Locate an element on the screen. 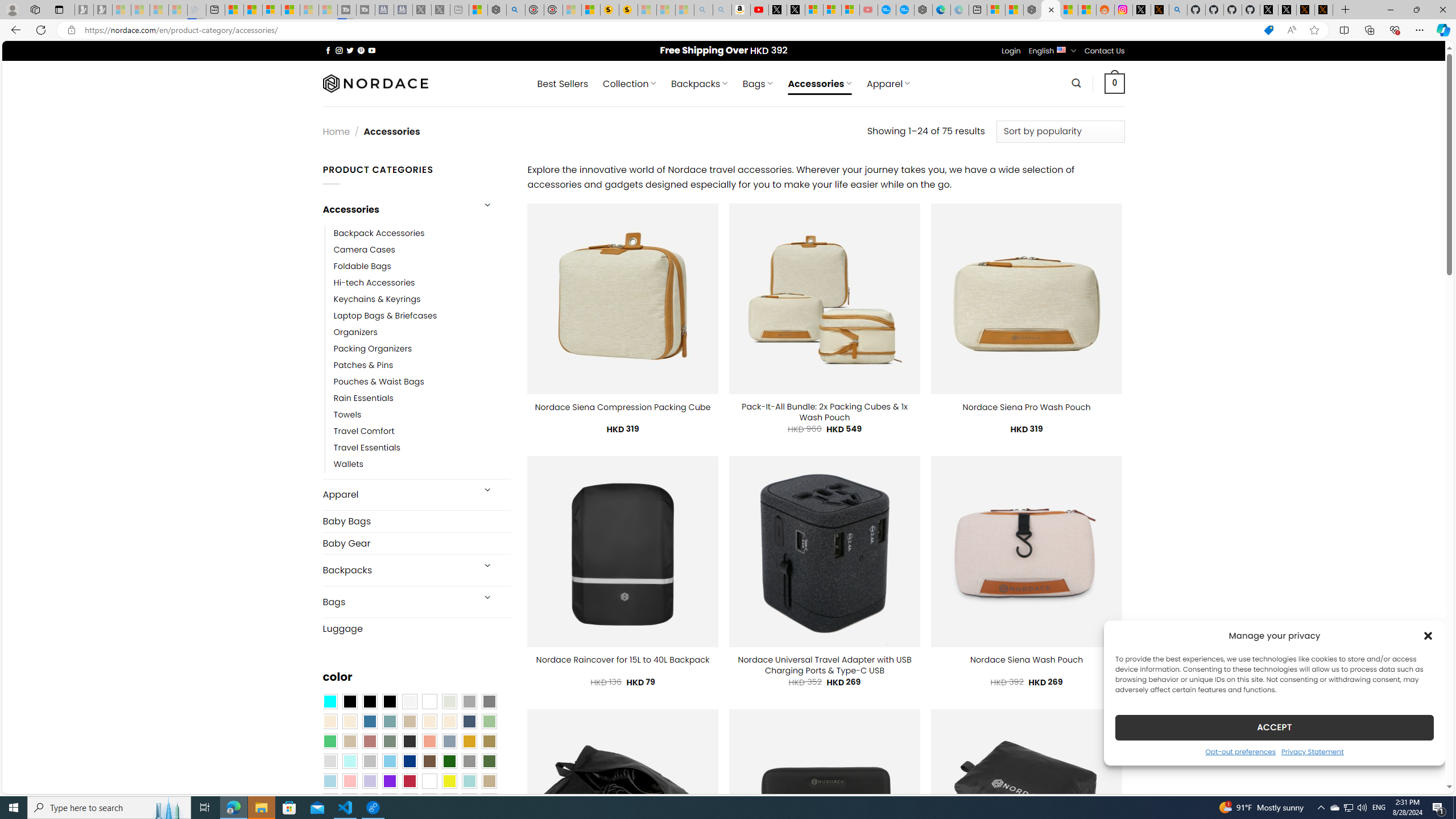  '  0  ' is located at coordinates (1115, 82).